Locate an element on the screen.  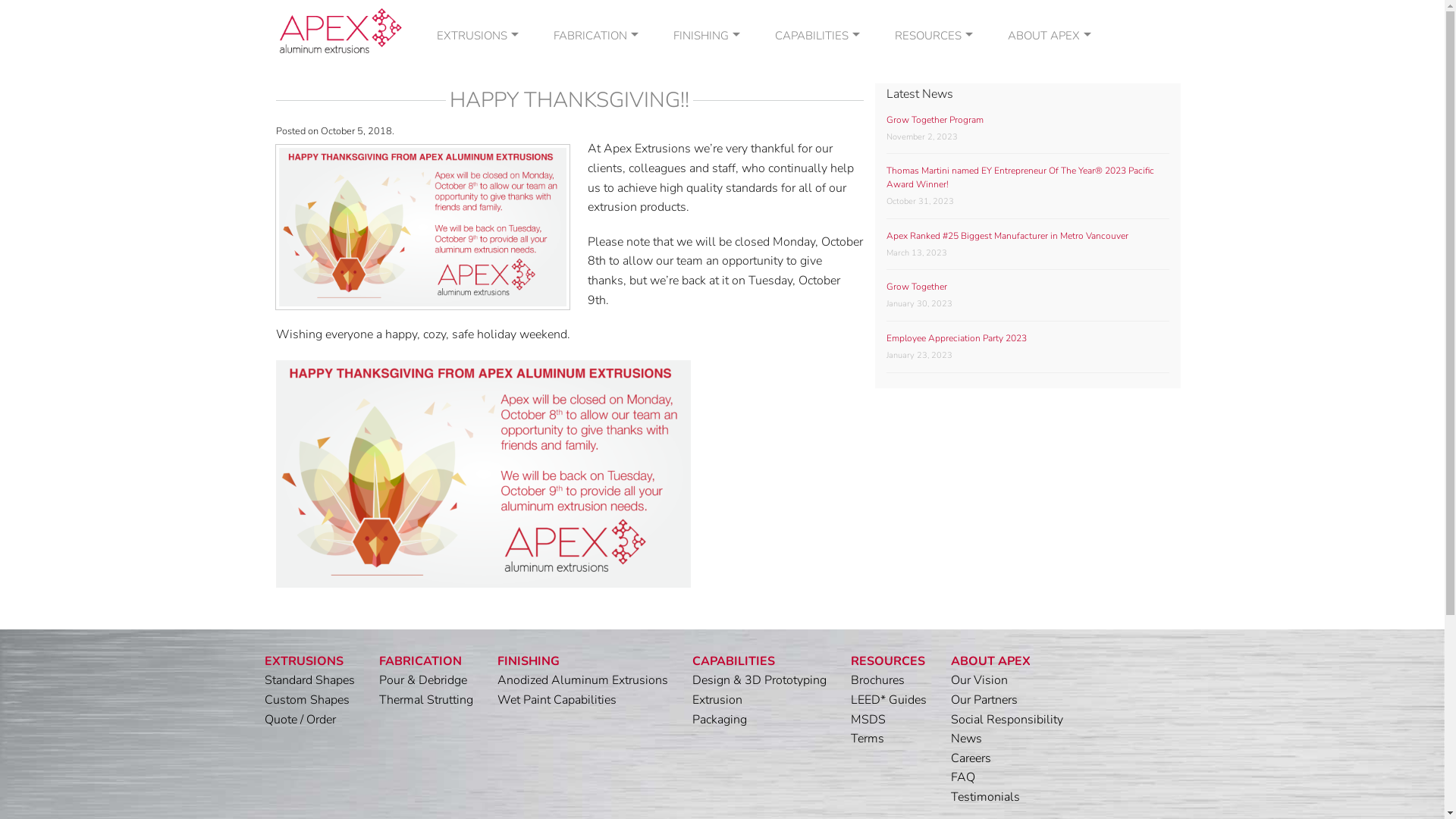
'Social Responsibility' is located at coordinates (949, 718).